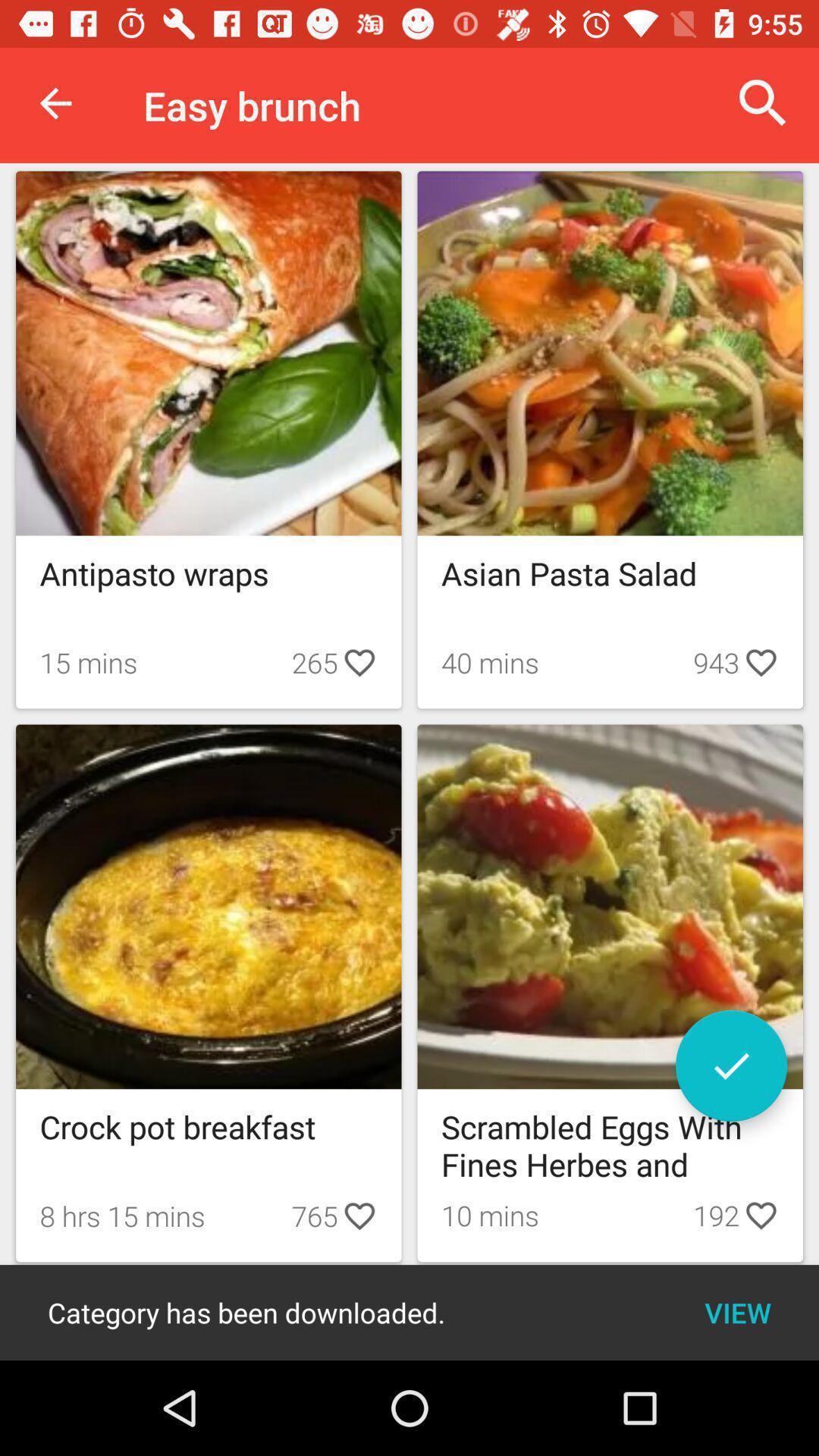  What do you see at coordinates (730, 1065) in the screenshot?
I see `select option` at bounding box center [730, 1065].